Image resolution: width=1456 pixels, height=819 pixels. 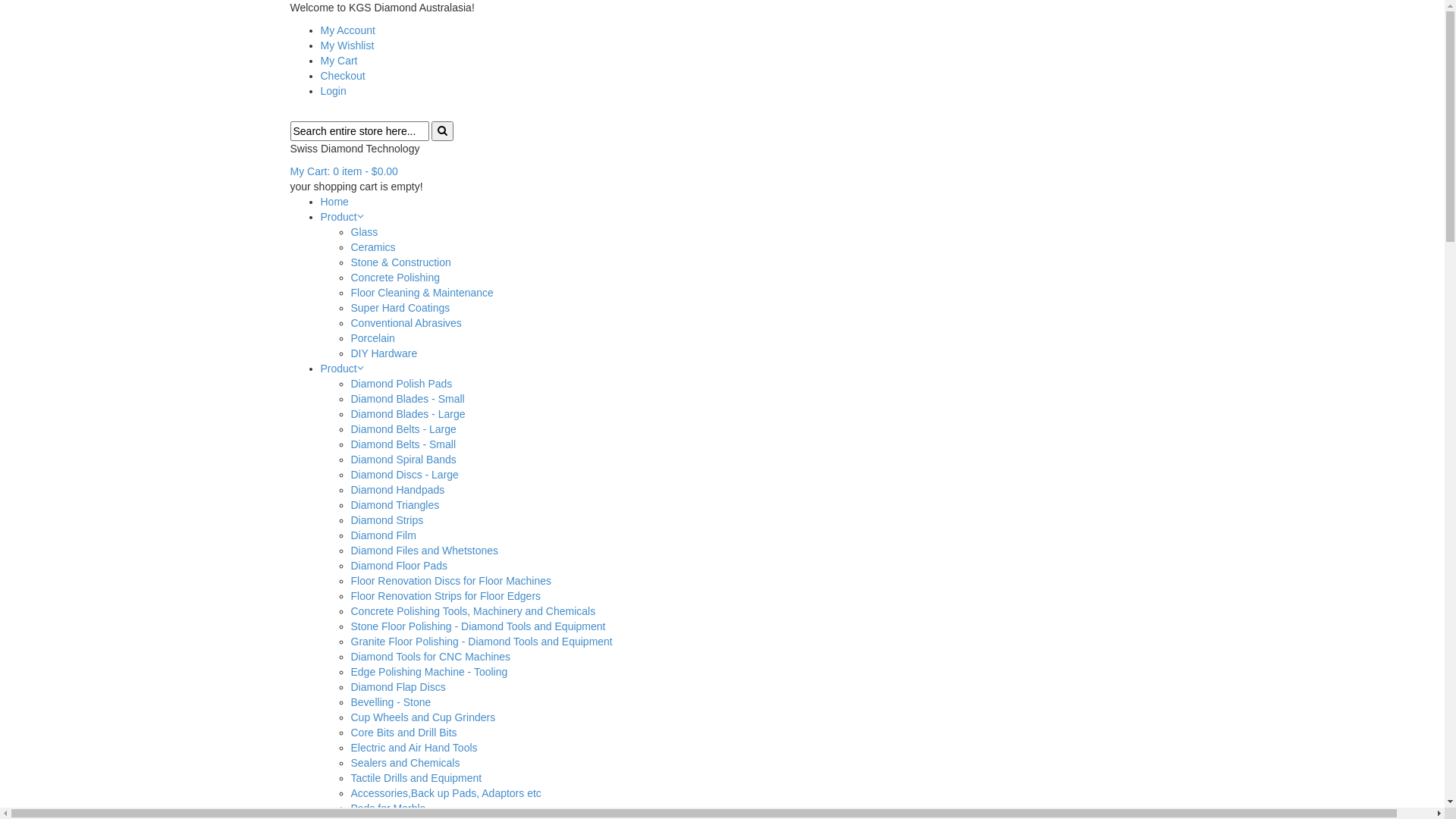 What do you see at coordinates (337, 369) in the screenshot?
I see `'Product'` at bounding box center [337, 369].